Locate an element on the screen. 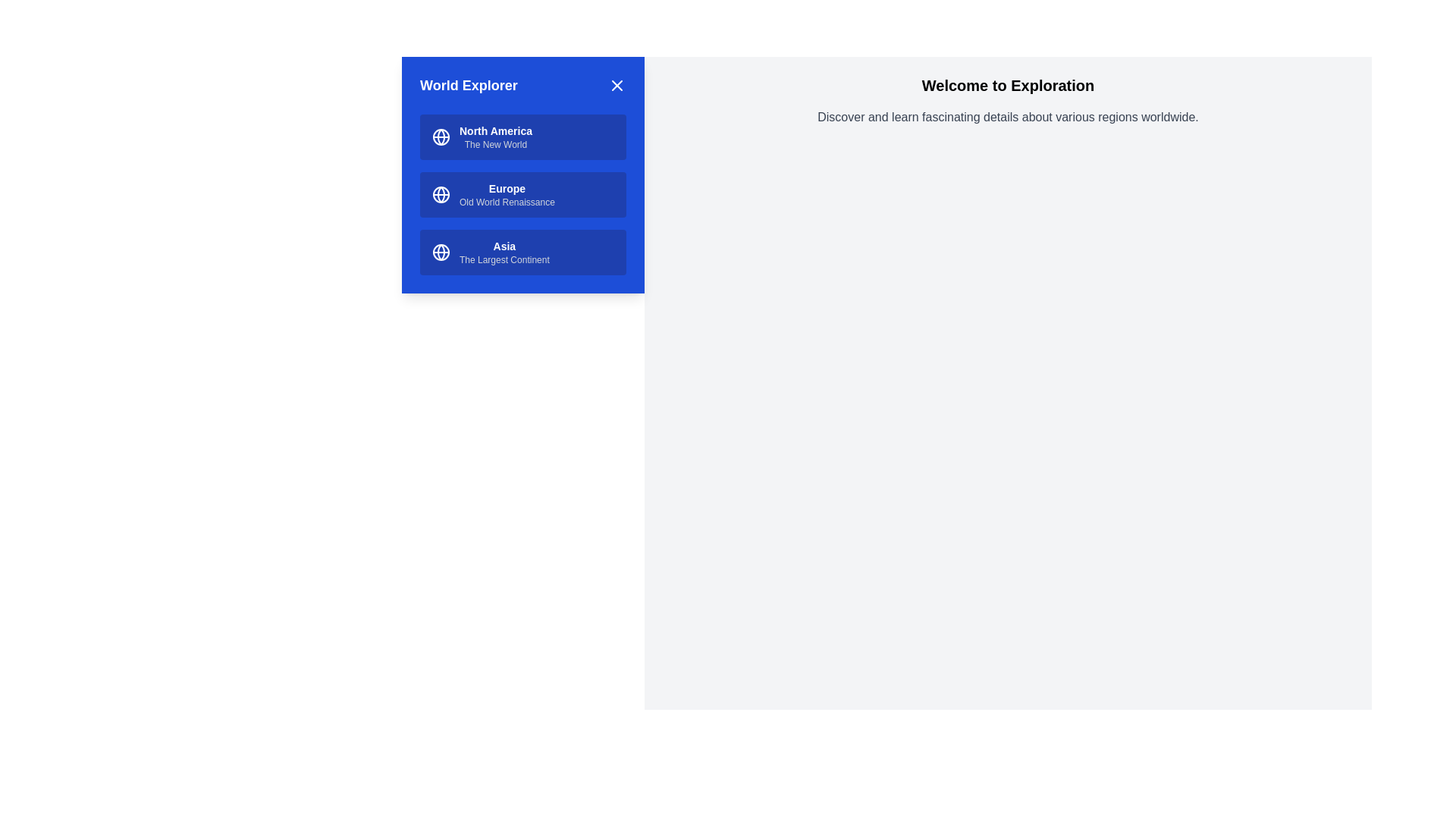  toggle button at the top-right corner of the sidebar to hide it is located at coordinates (617, 85).